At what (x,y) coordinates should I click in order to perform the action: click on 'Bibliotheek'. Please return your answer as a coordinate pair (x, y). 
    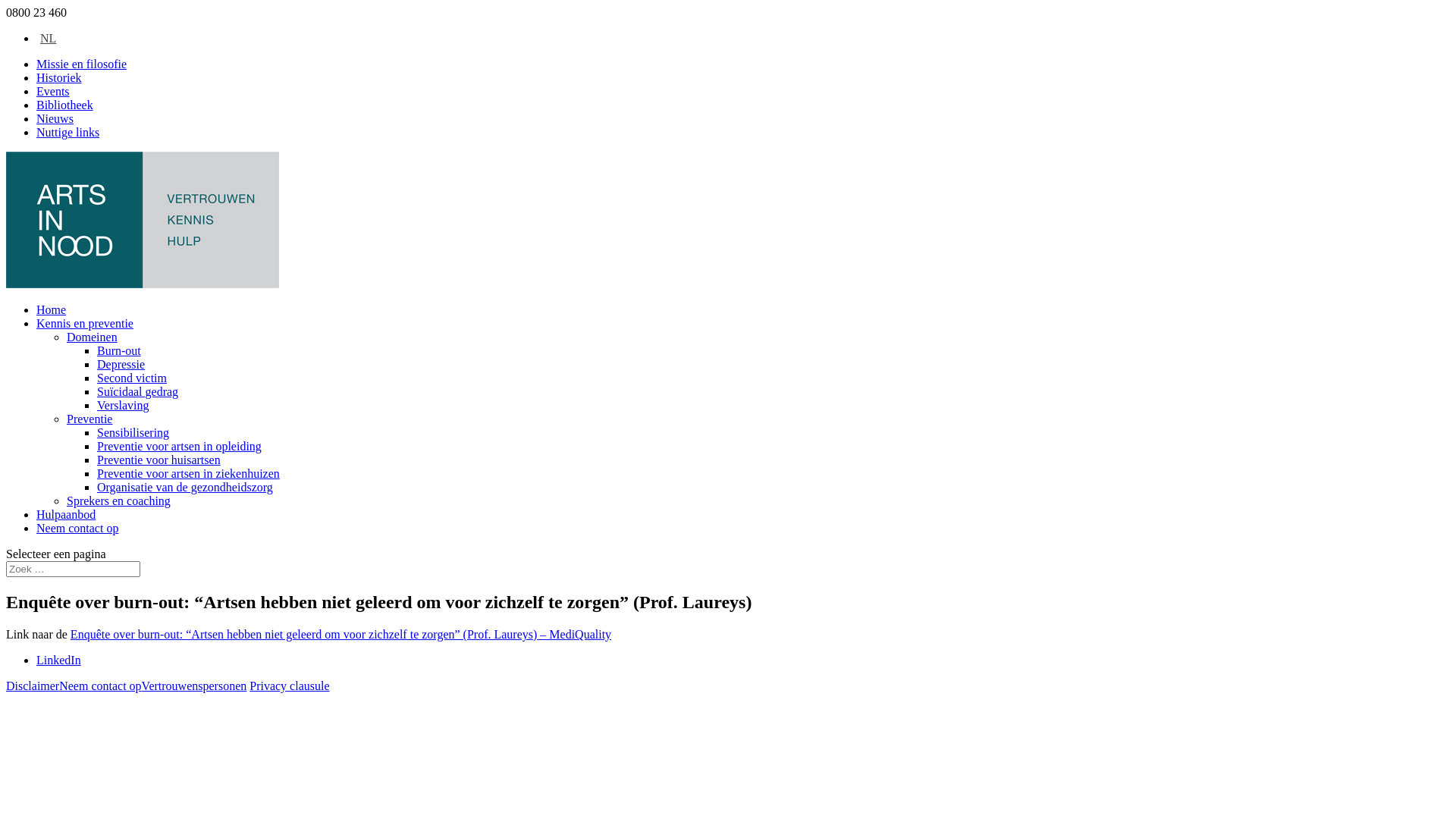
    Looking at the image, I should click on (64, 104).